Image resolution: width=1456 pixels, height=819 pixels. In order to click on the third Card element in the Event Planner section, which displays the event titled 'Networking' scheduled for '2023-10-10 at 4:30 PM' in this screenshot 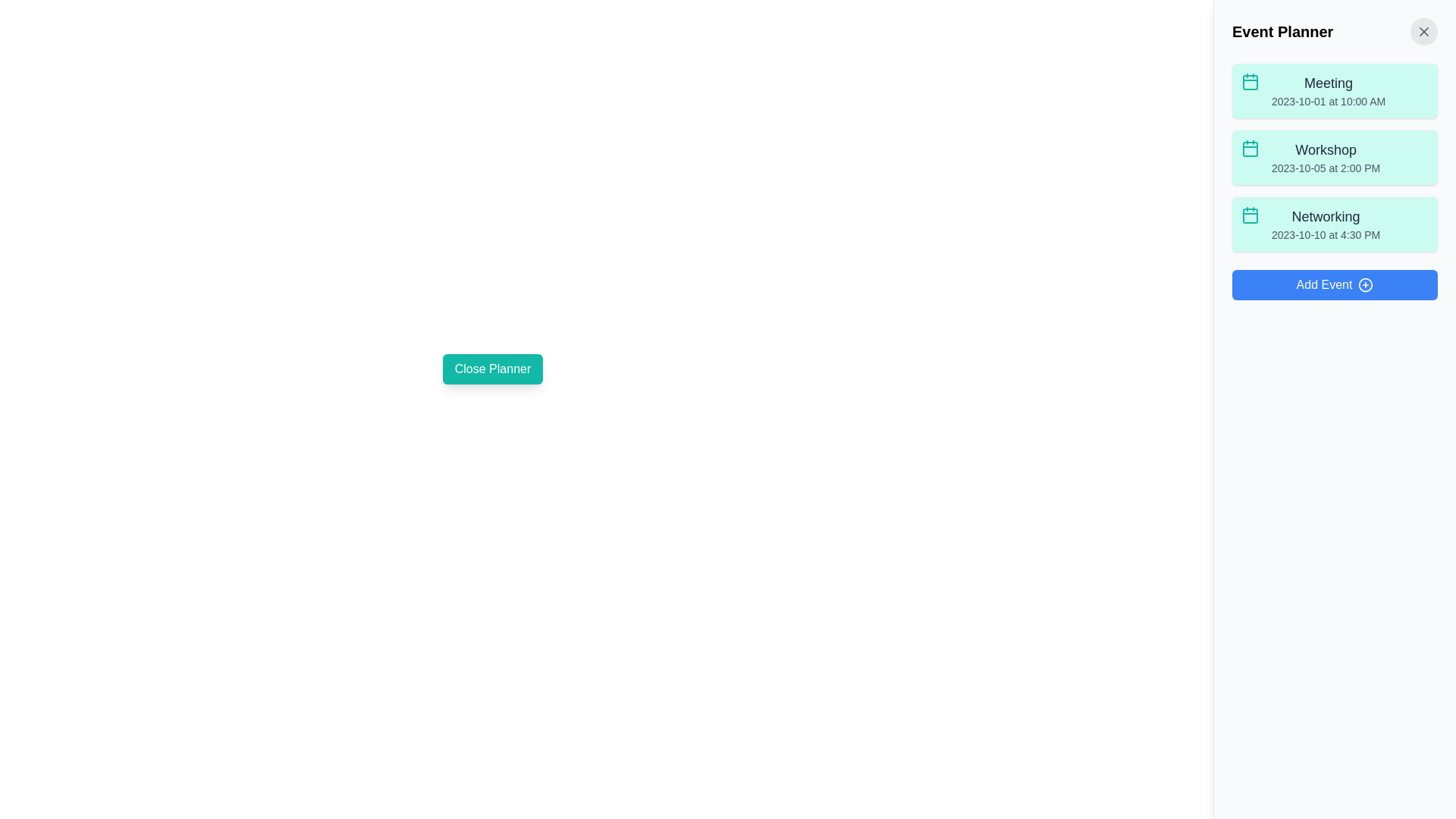, I will do `click(1335, 224)`.